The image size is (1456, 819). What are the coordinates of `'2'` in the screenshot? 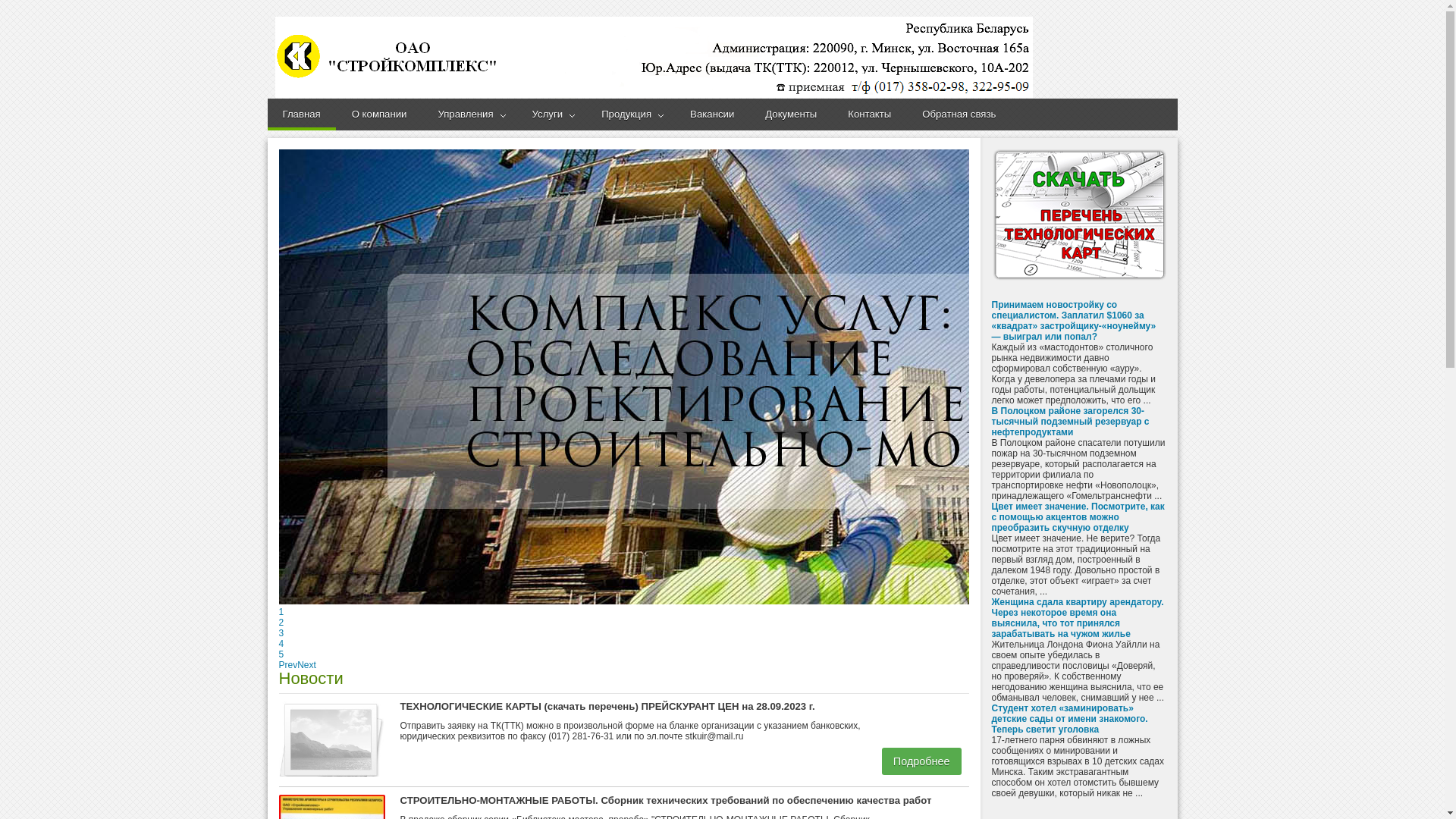 It's located at (281, 623).